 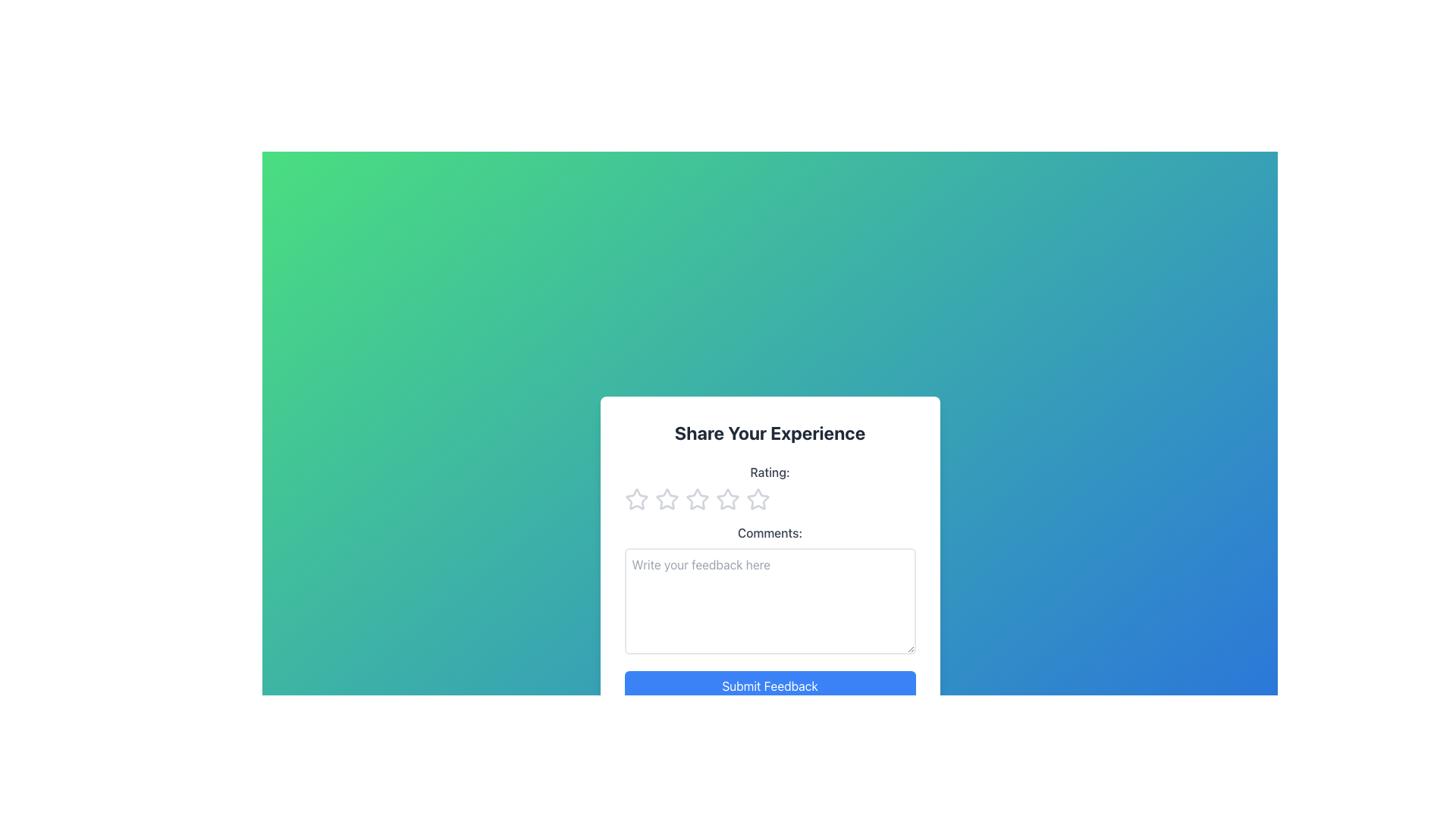 What do you see at coordinates (770, 686) in the screenshot?
I see `the feedback submission button located at the bottom of the feedback form to trigger focus styling` at bounding box center [770, 686].